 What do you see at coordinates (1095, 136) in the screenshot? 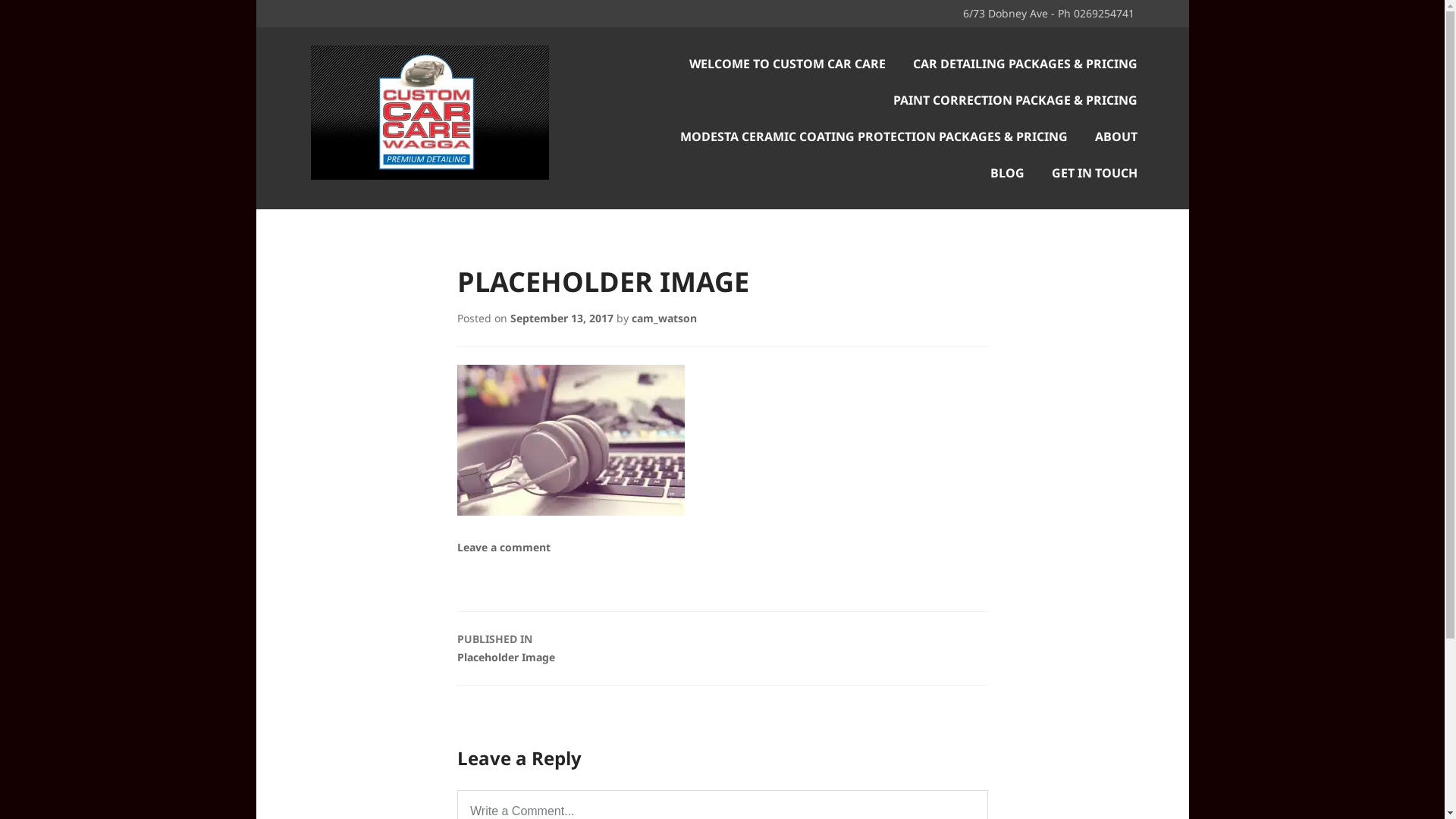
I see `'ABOUT'` at bounding box center [1095, 136].